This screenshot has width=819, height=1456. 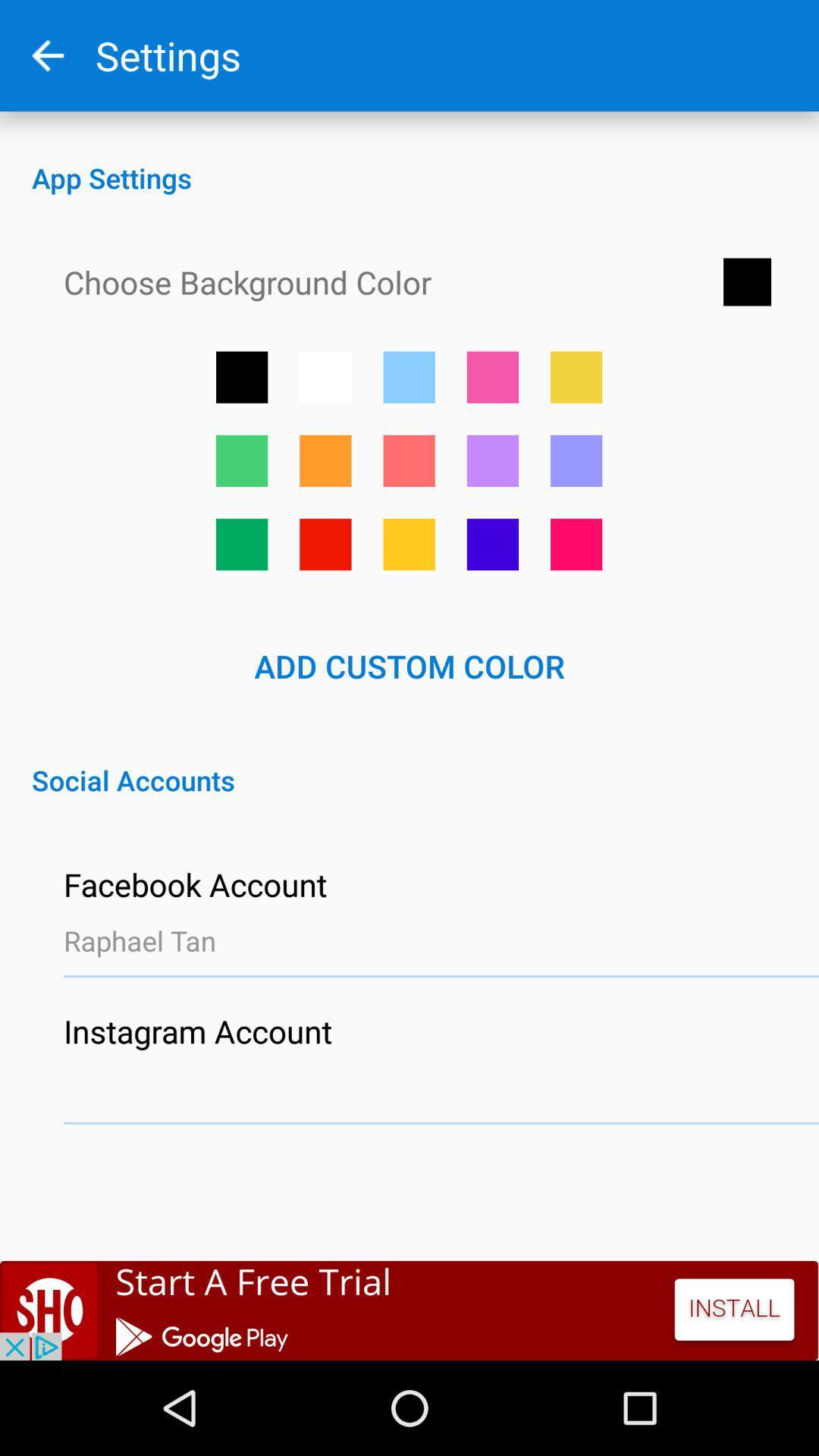 What do you see at coordinates (325, 460) in the screenshot?
I see `orange` at bounding box center [325, 460].